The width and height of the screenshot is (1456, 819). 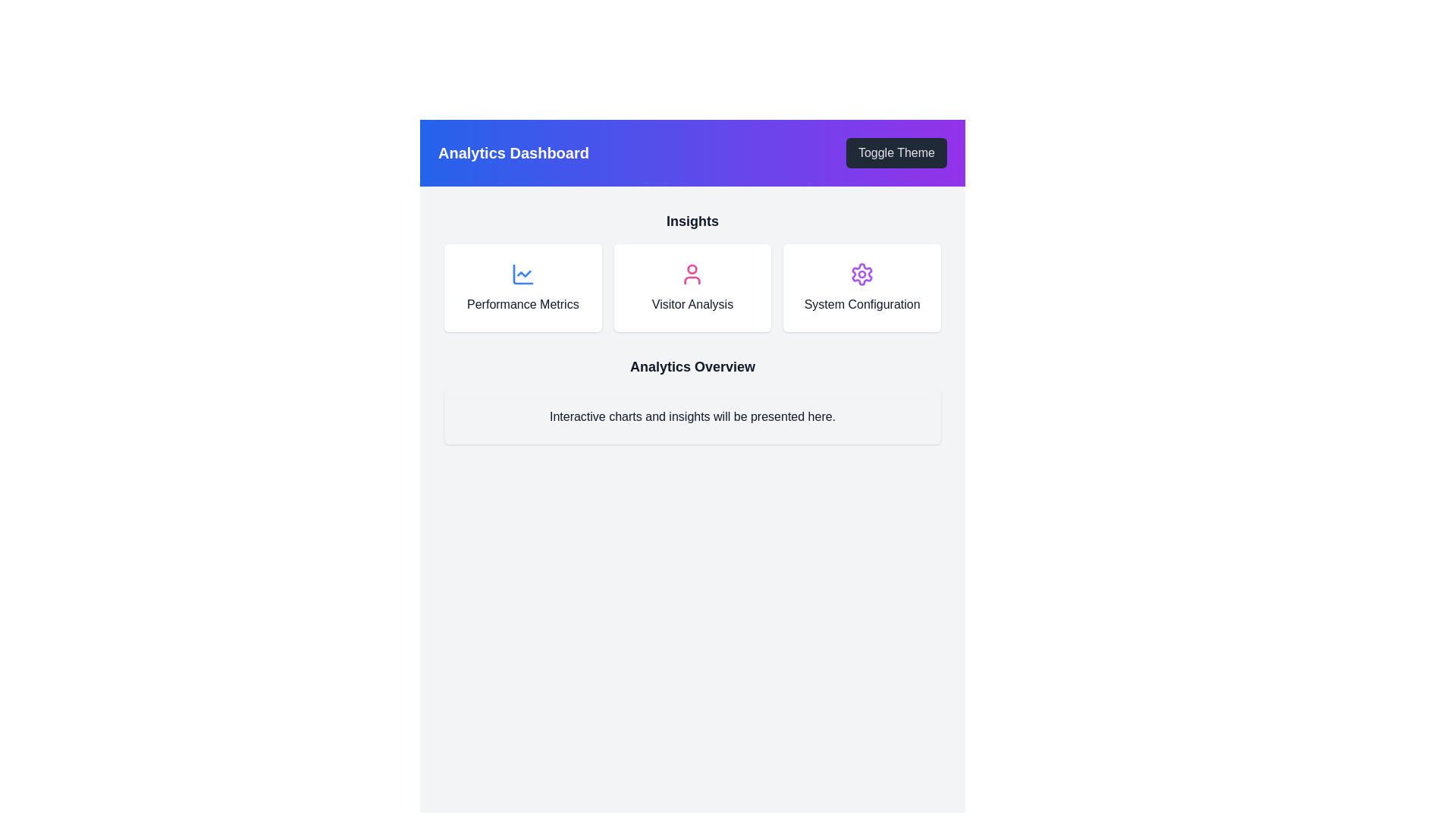 What do you see at coordinates (692, 221) in the screenshot?
I see `the text label styled as a header, which serves as the title for its section and is prominently visible beneath a blue header bar` at bounding box center [692, 221].